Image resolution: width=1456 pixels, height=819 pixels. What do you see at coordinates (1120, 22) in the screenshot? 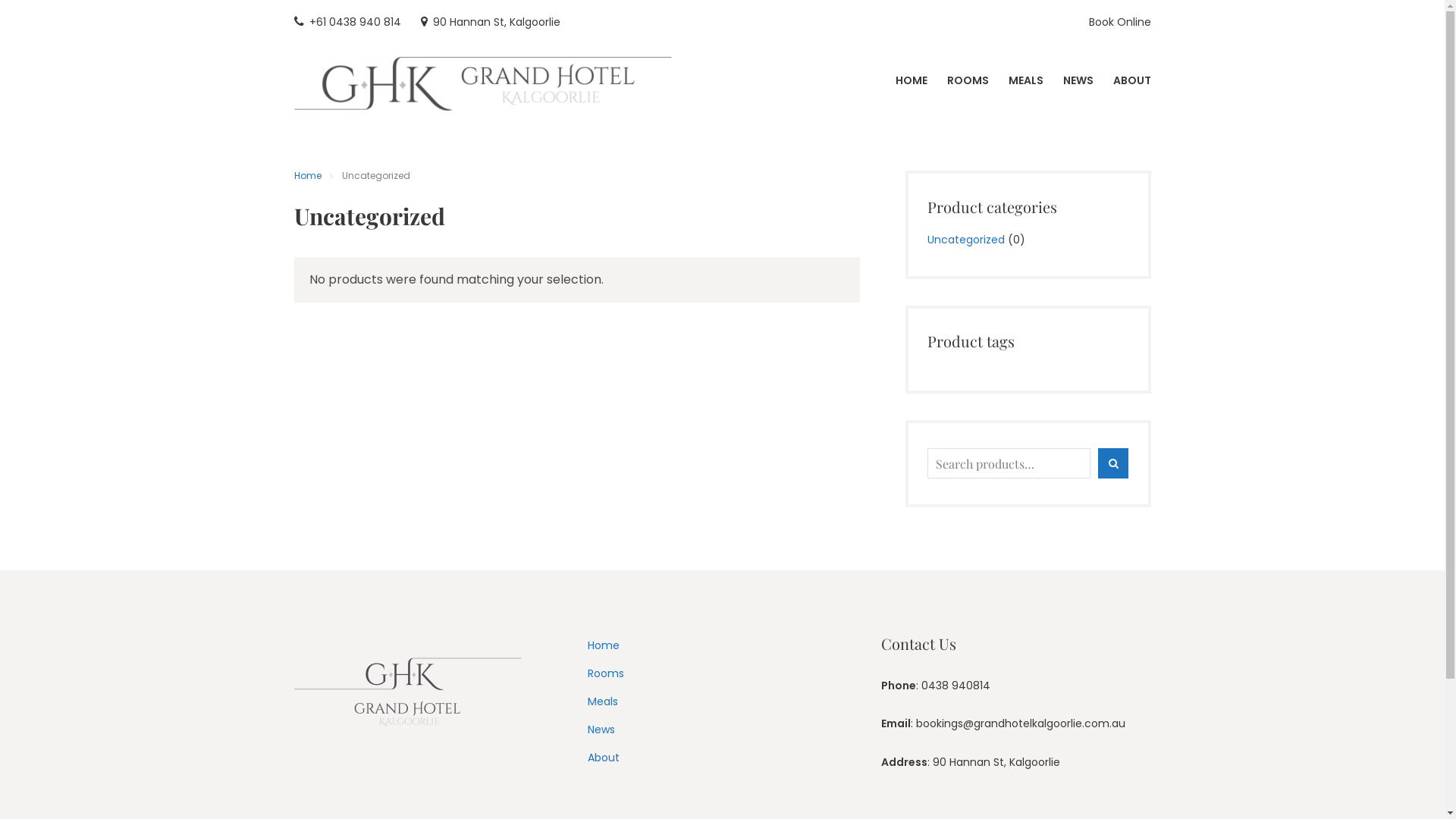
I see `'Book Online'` at bounding box center [1120, 22].